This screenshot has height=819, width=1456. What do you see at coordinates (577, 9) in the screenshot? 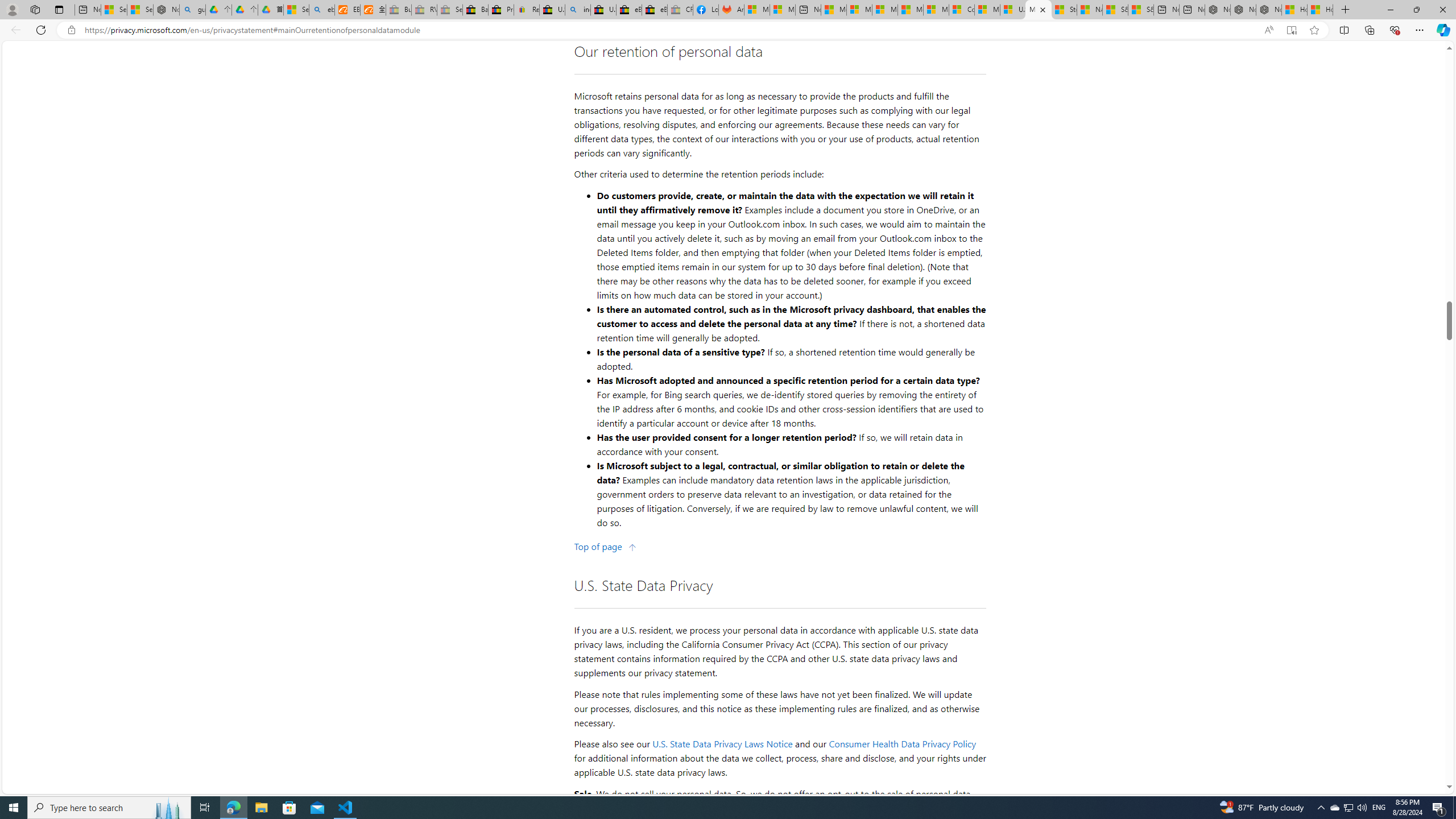
I see `'including - Search'` at bounding box center [577, 9].